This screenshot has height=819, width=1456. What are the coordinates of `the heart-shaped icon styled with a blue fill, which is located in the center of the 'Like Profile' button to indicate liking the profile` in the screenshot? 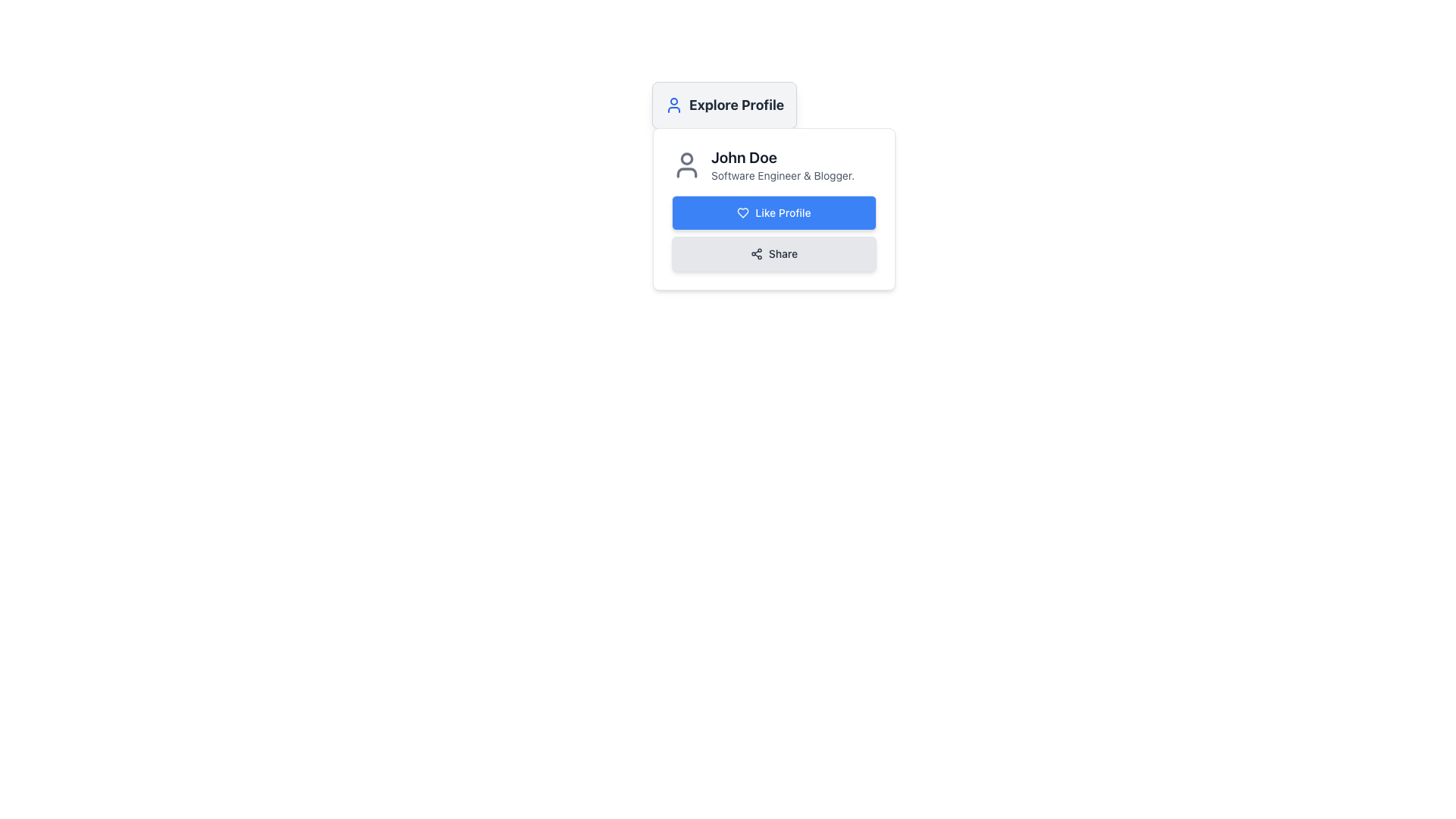 It's located at (743, 213).